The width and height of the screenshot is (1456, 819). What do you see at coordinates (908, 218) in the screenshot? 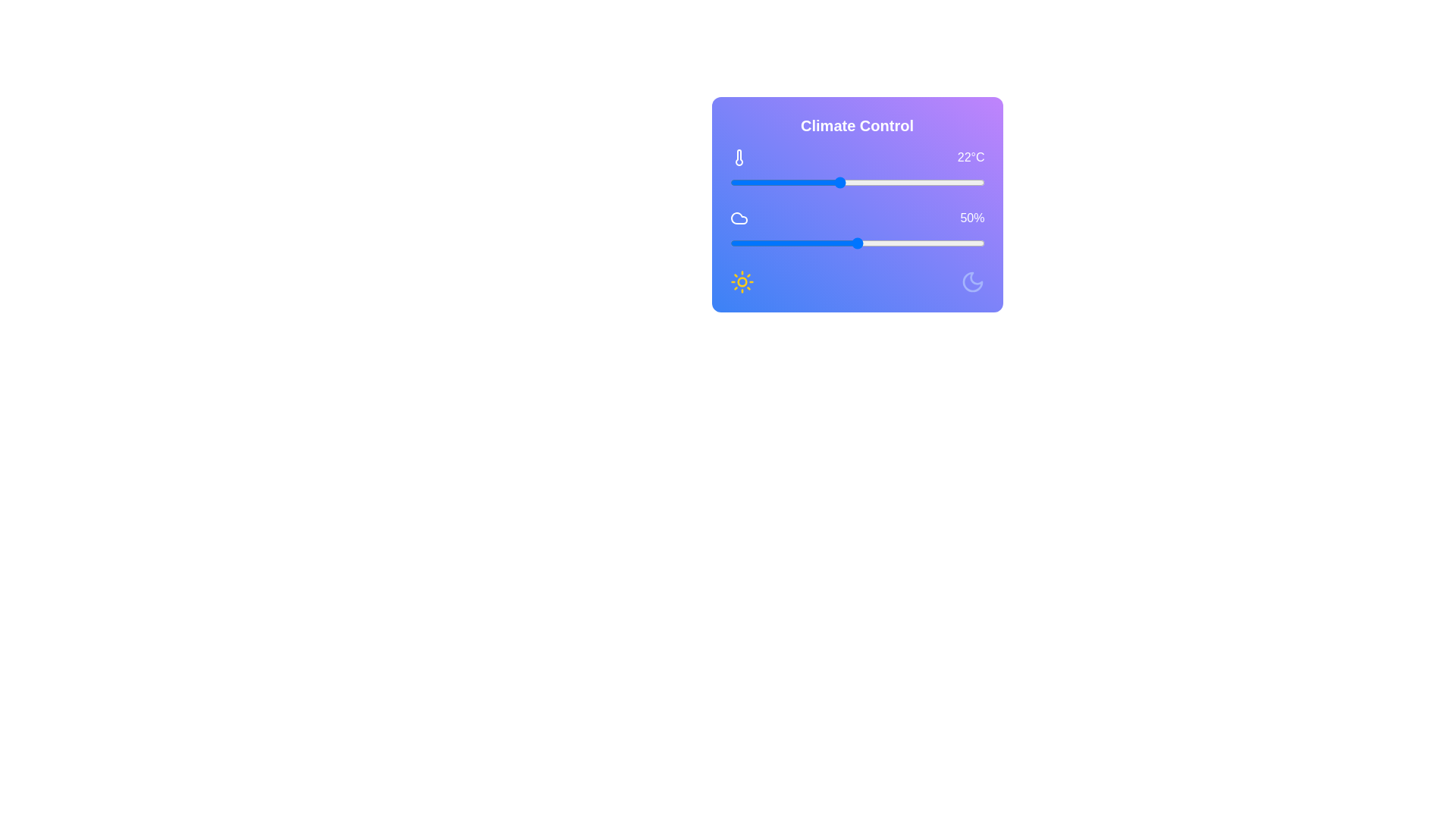
I see `the slider` at bounding box center [908, 218].